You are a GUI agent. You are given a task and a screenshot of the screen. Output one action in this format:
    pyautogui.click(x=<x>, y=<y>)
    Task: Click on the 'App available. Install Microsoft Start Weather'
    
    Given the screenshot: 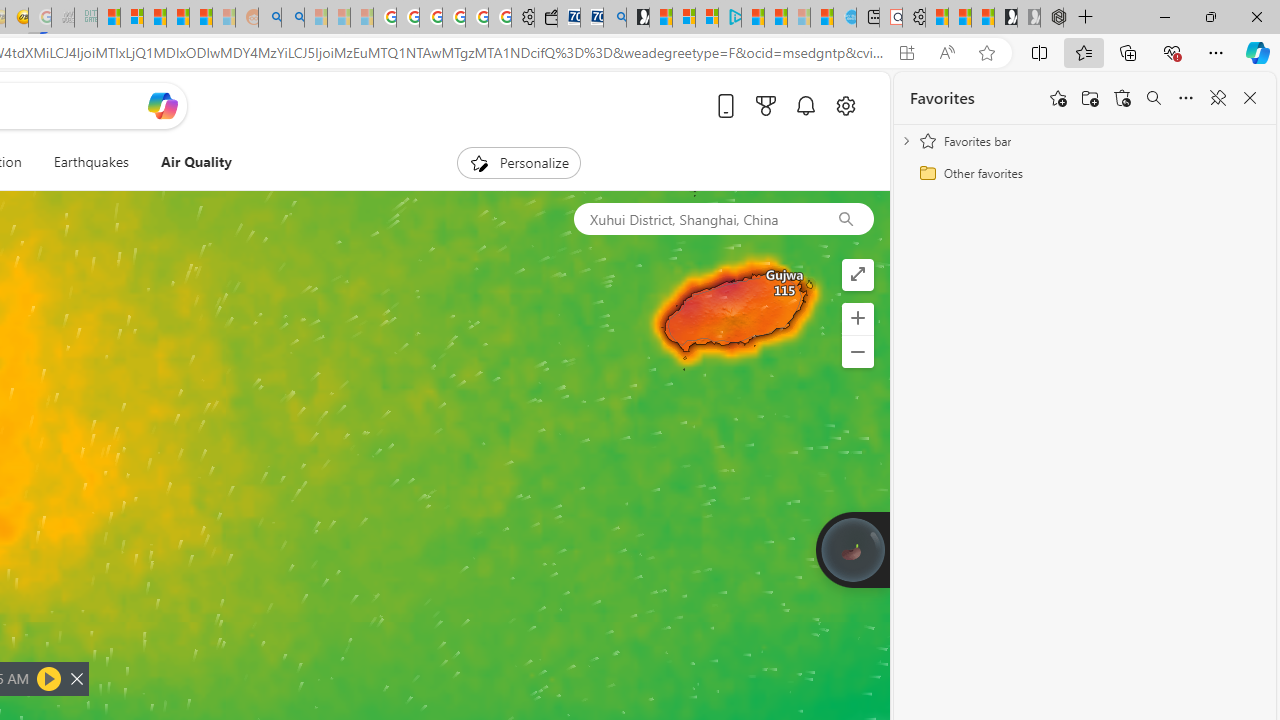 What is the action you would take?
    pyautogui.click(x=905, y=52)
    